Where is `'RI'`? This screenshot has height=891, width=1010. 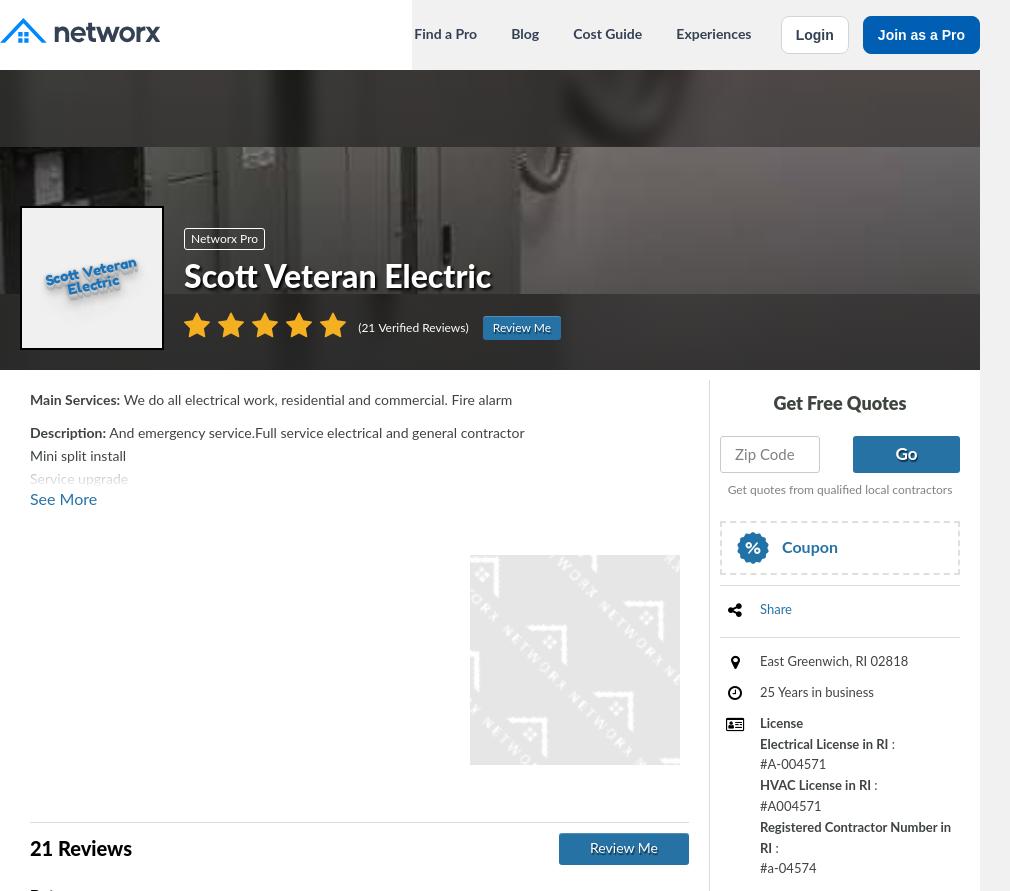 'RI' is located at coordinates (861, 661).